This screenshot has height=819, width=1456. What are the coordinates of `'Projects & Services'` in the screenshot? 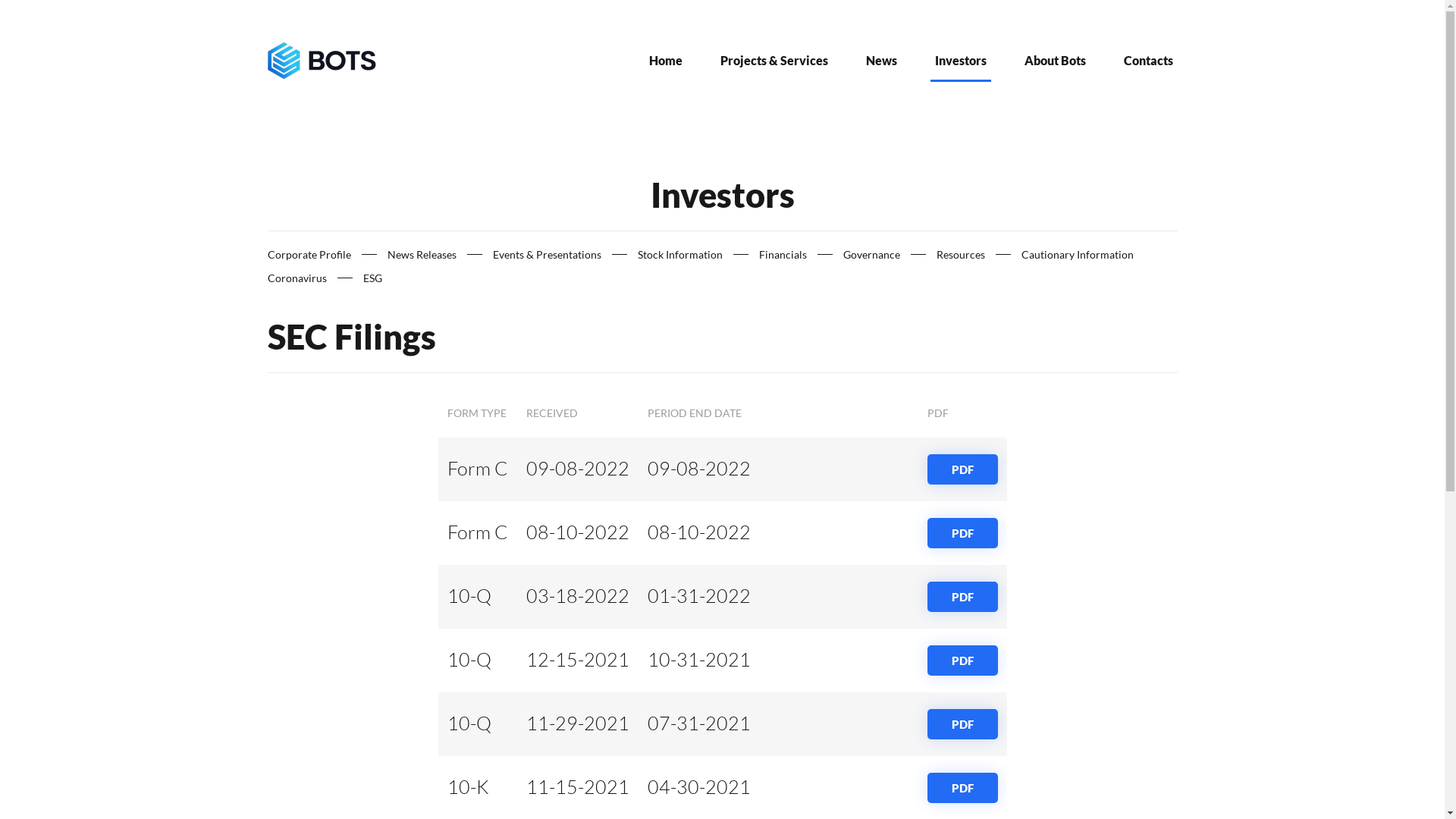 It's located at (715, 60).